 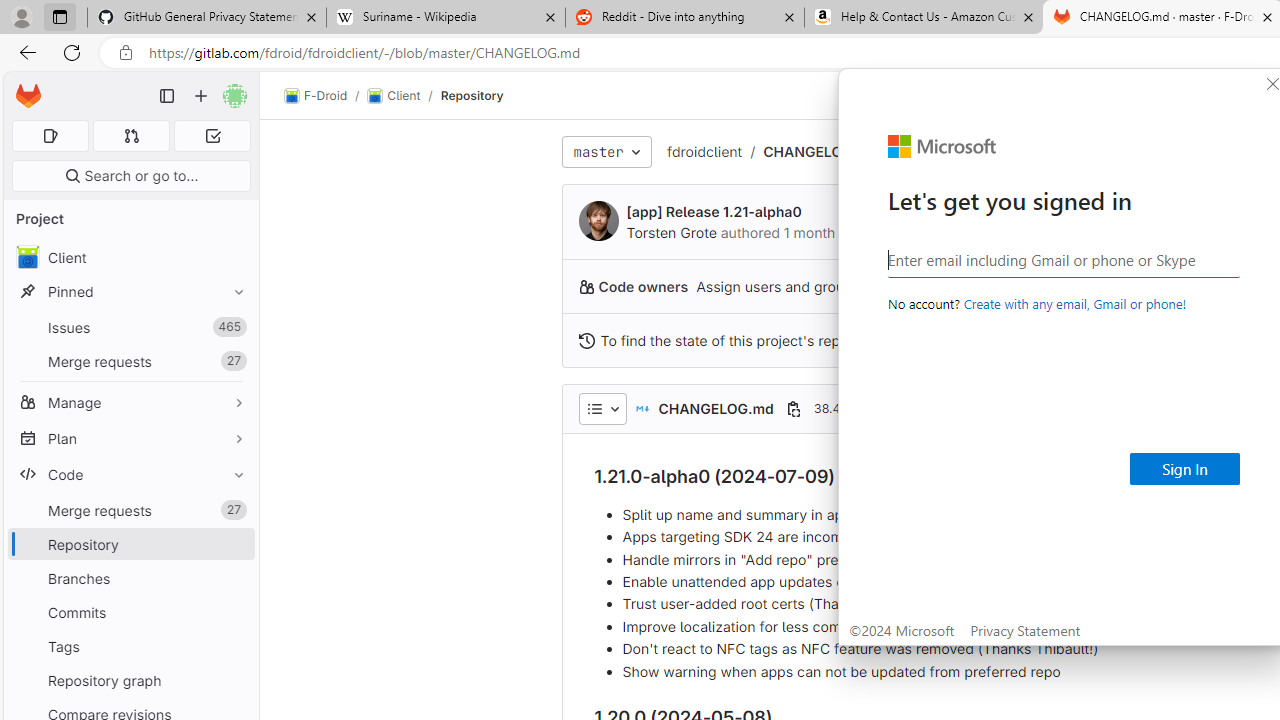 I want to click on 'Issues 465', so click(x=130, y=326).